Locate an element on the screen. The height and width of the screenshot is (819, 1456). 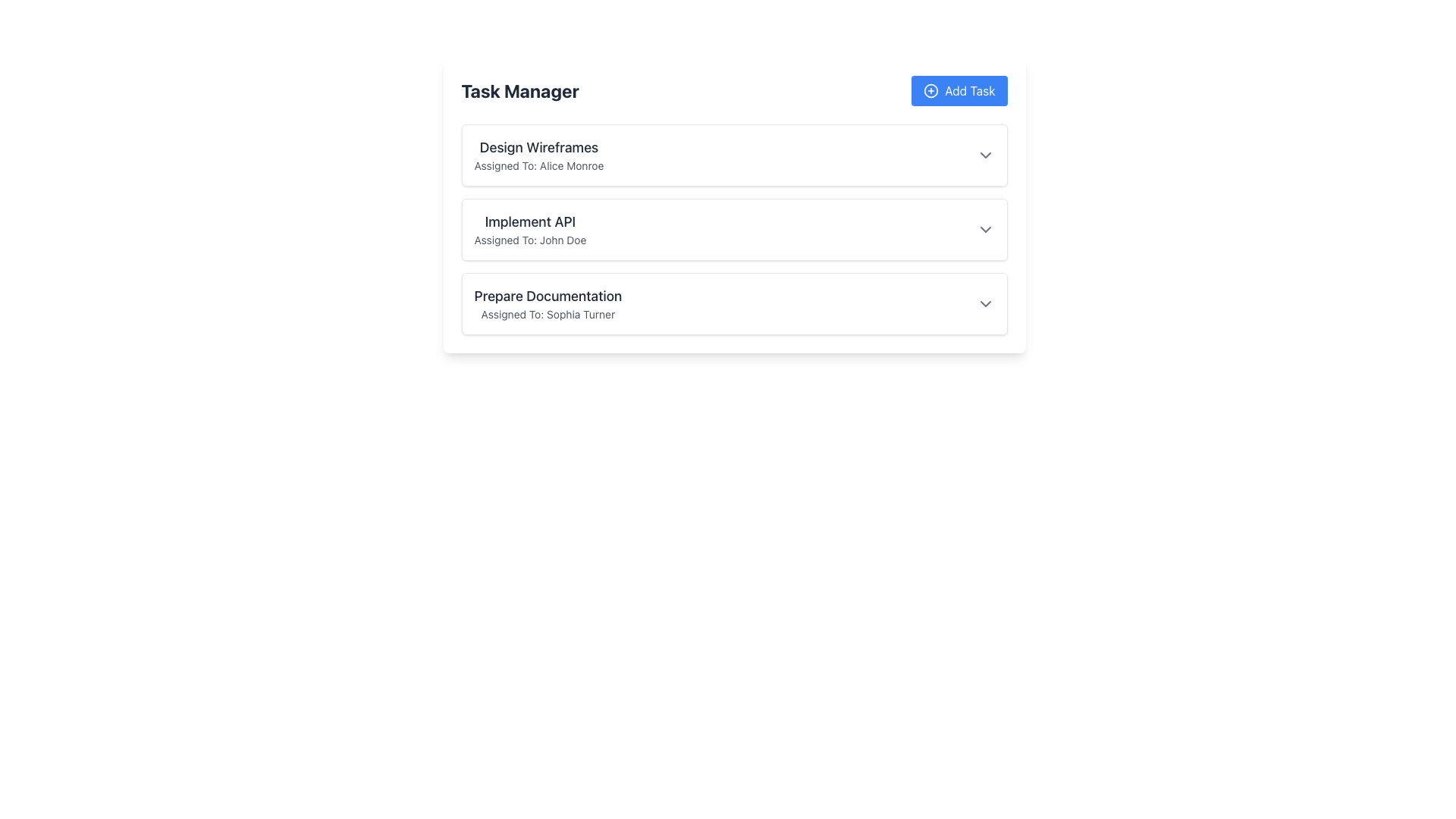
the icon that toggles the visibility of additional details related to the 'Design Wireframes' task, which is the only icon in the topmost task panel aligned near the right edge is located at coordinates (985, 155).